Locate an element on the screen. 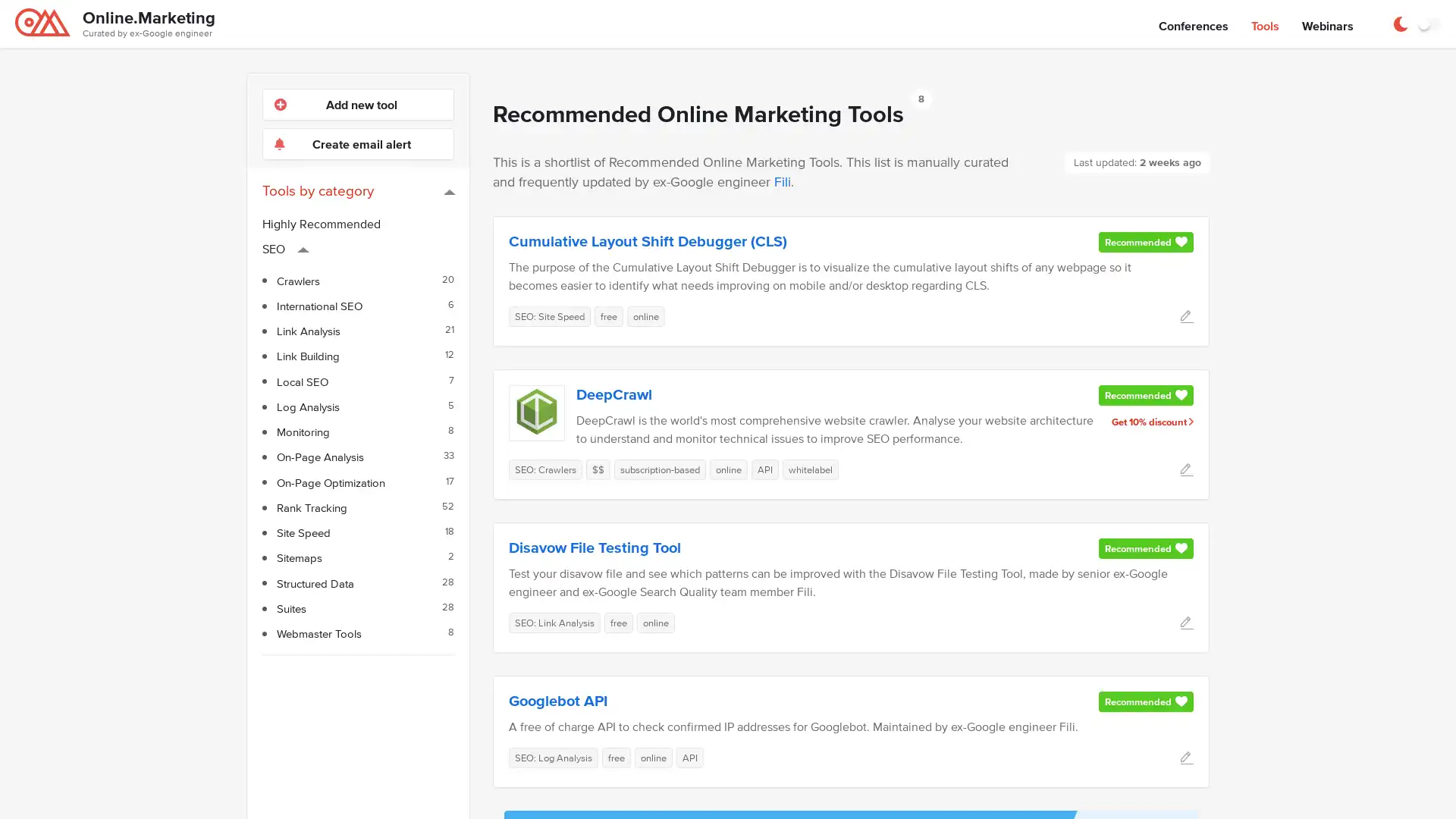 This screenshot has width=1456, height=819. API is located at coordinates (689, 757).